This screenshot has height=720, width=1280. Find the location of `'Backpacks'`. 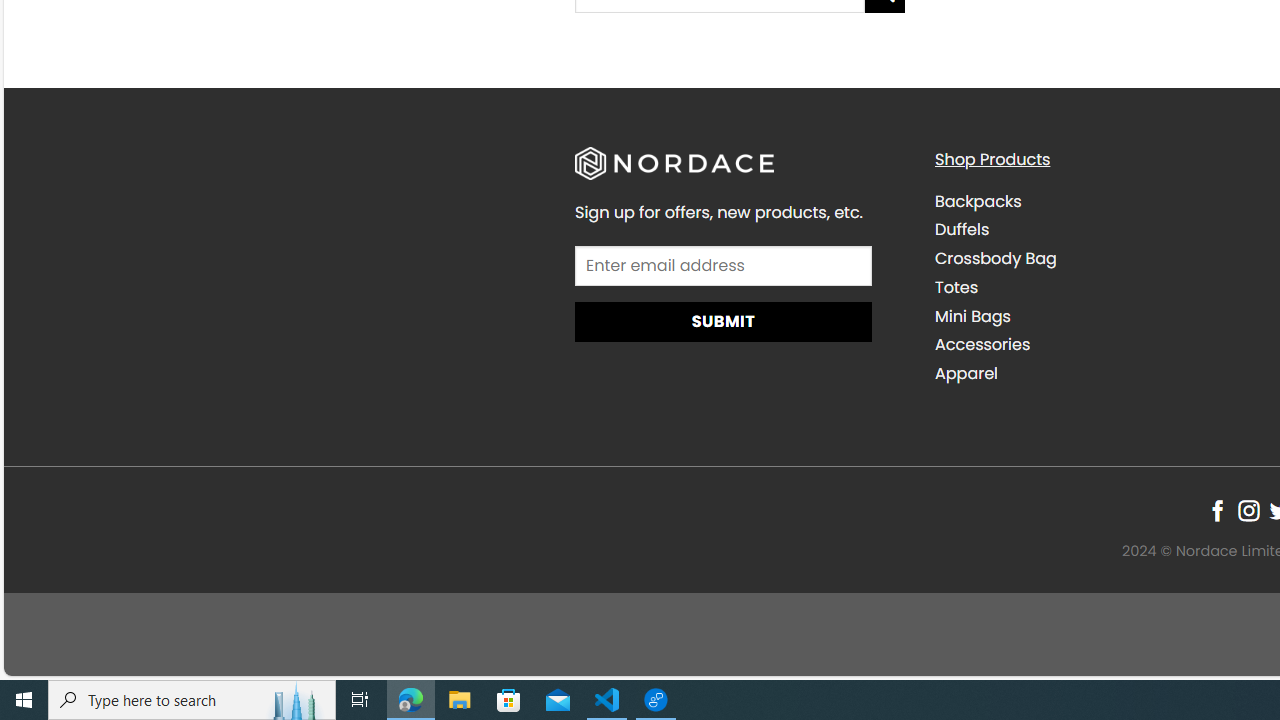

'Backpacks' is located at coordinates (977, 200).